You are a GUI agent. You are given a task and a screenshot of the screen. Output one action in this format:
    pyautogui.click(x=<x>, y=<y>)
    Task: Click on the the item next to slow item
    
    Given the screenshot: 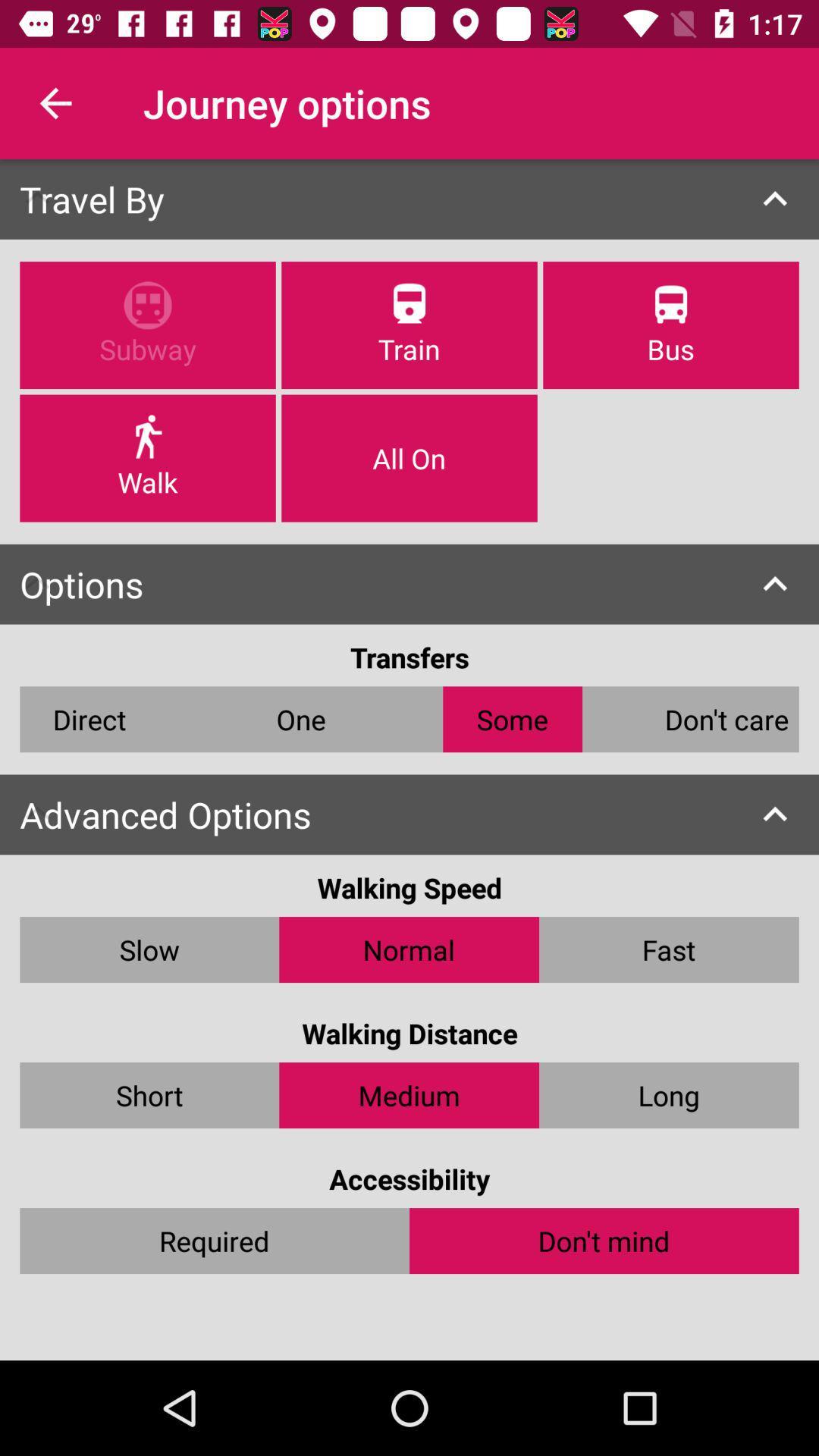 What is the action you would take?
    pyautogui.click(x=408, y=949)
    